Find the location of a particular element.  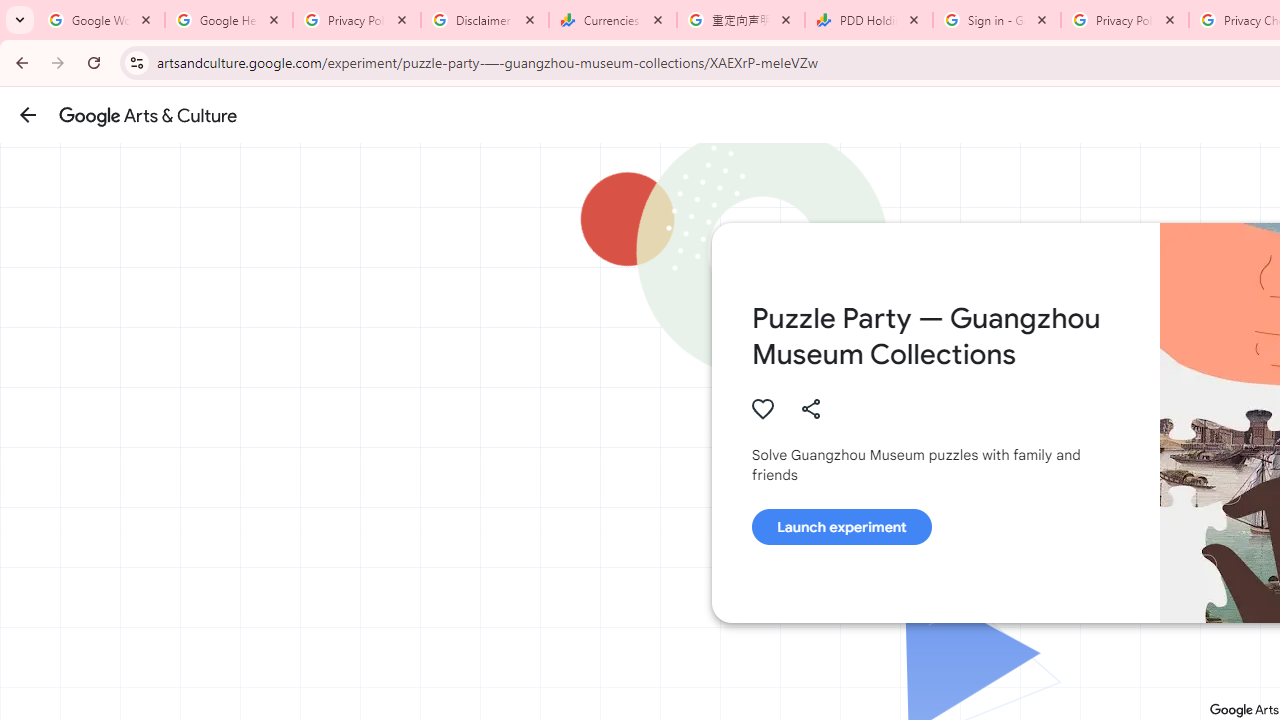

'Launch experiment' is located at coordinates (841, 526).